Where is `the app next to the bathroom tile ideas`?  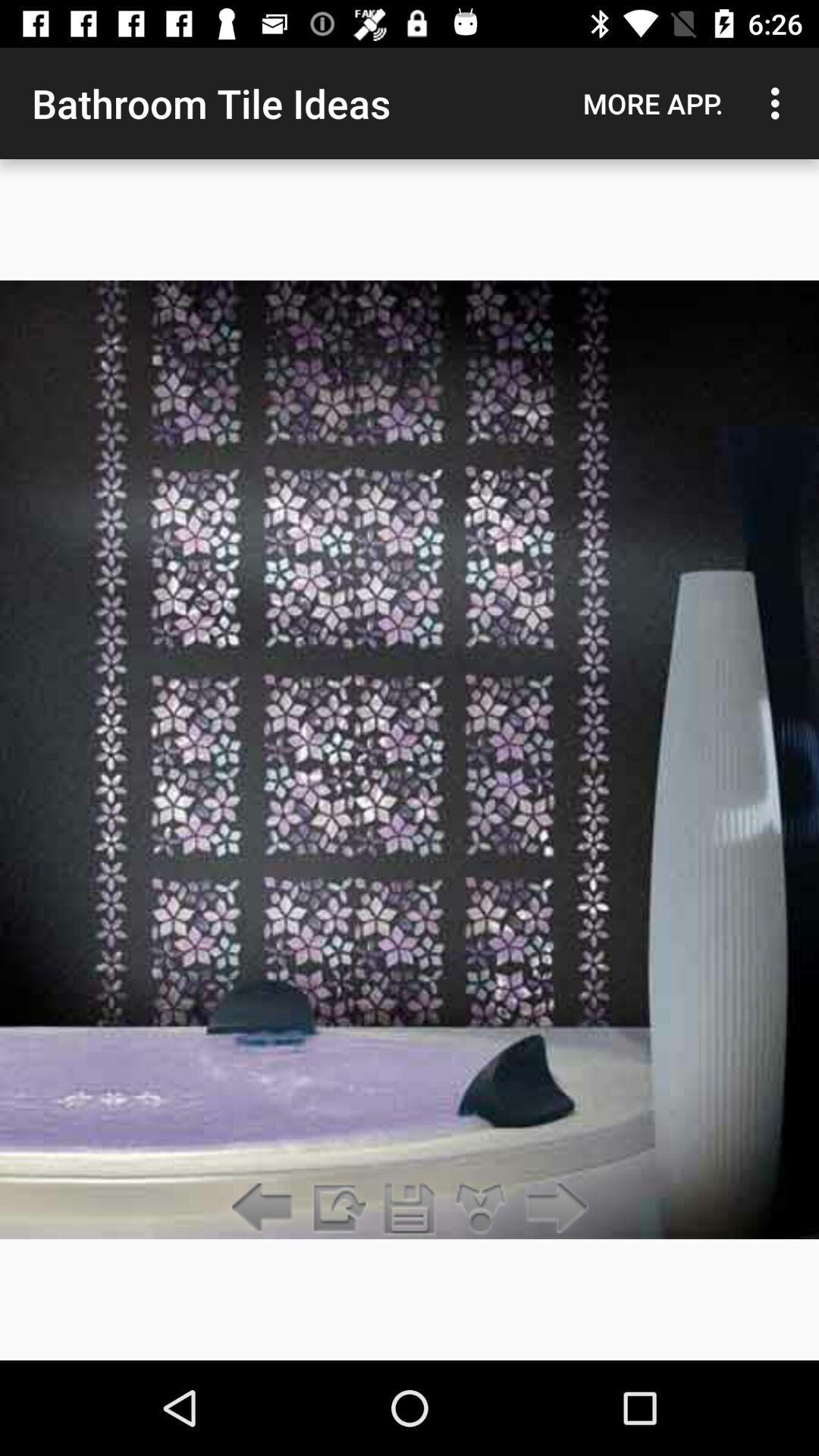 the app next to the bathroom tile ideas is located at coordinates (652, 102).